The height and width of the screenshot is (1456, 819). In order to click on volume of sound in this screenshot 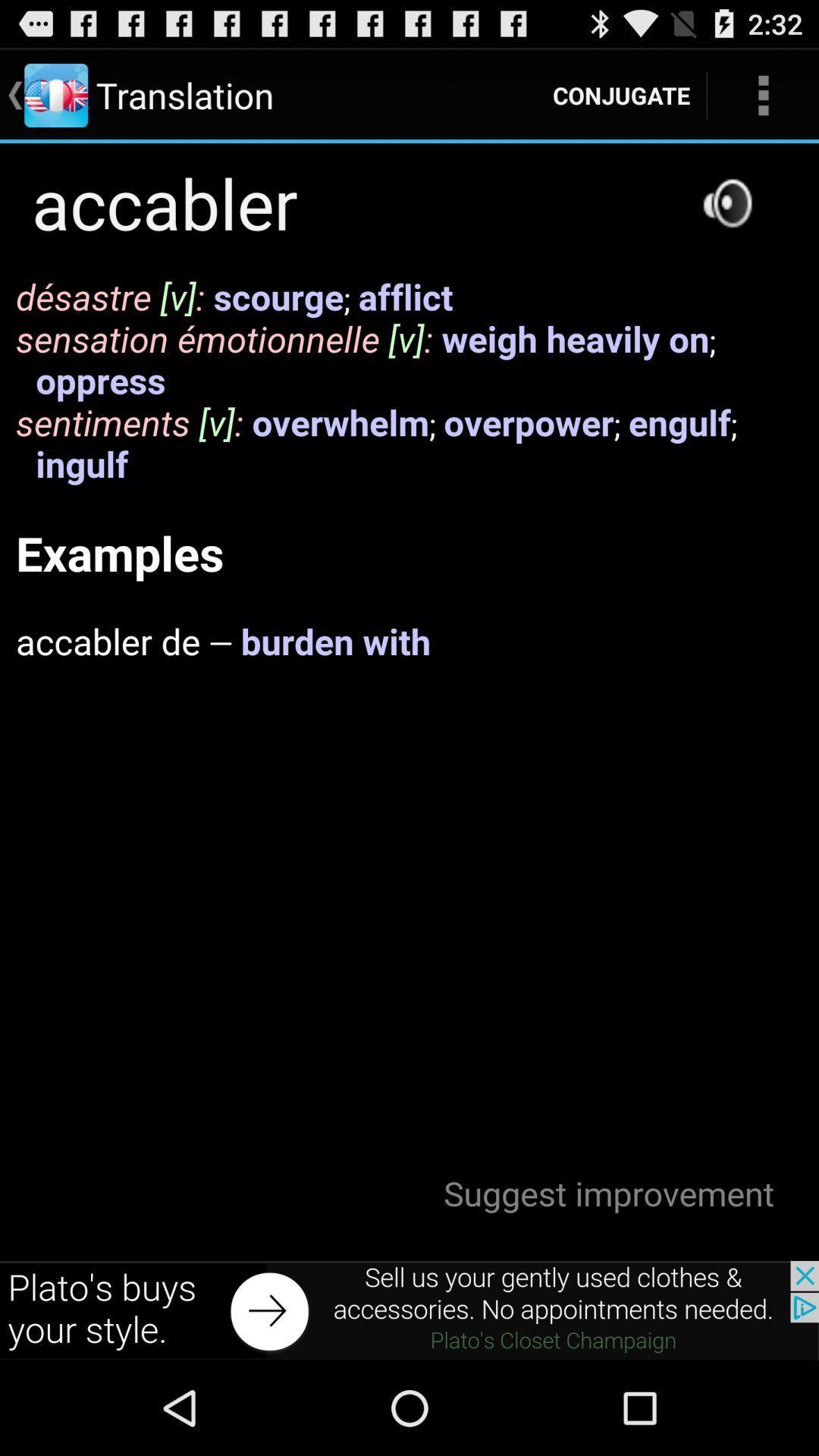, I will do `click(726, 202)`.